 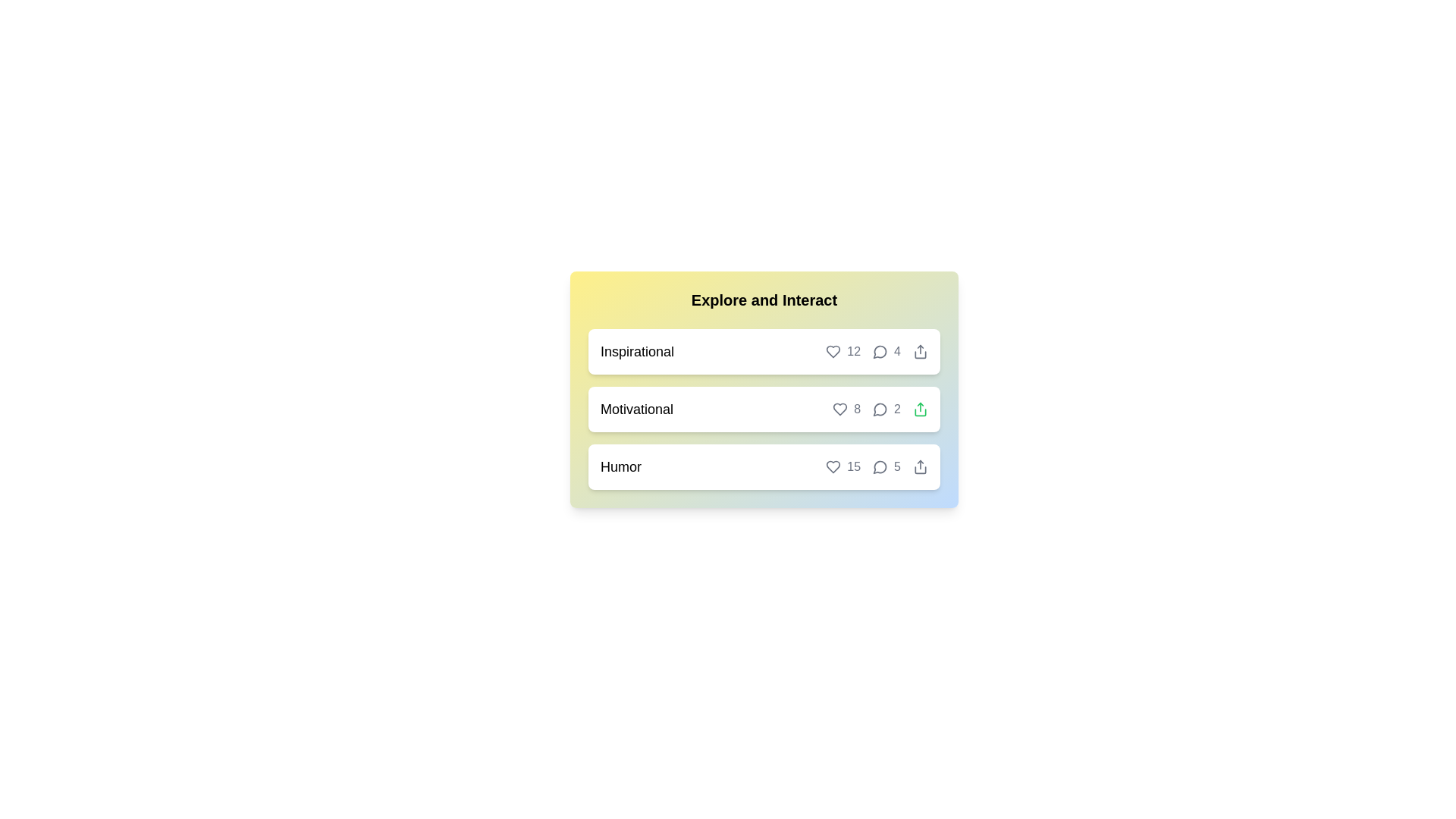 I want to click on the 'message' button for the chip labeled Inspirational, so click(x=880, y=351).